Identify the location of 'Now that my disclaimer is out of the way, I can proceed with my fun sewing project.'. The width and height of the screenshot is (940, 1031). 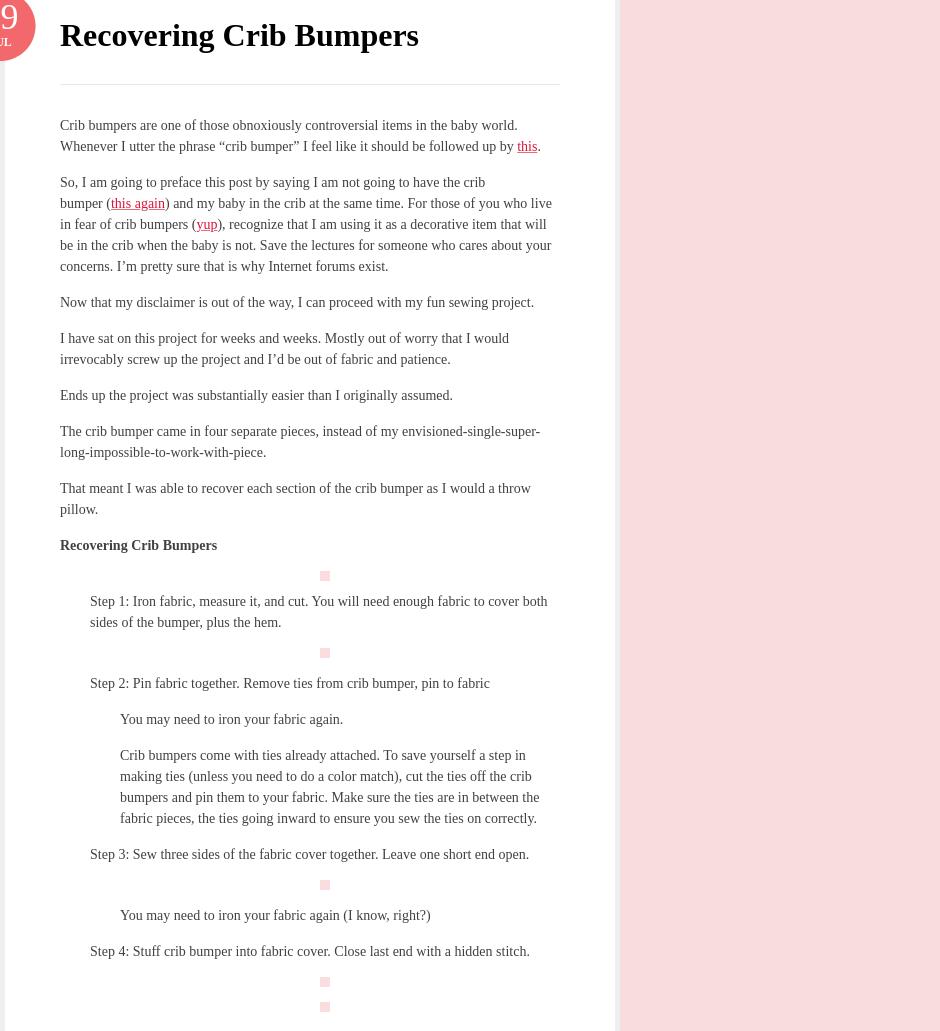
(296, 302).